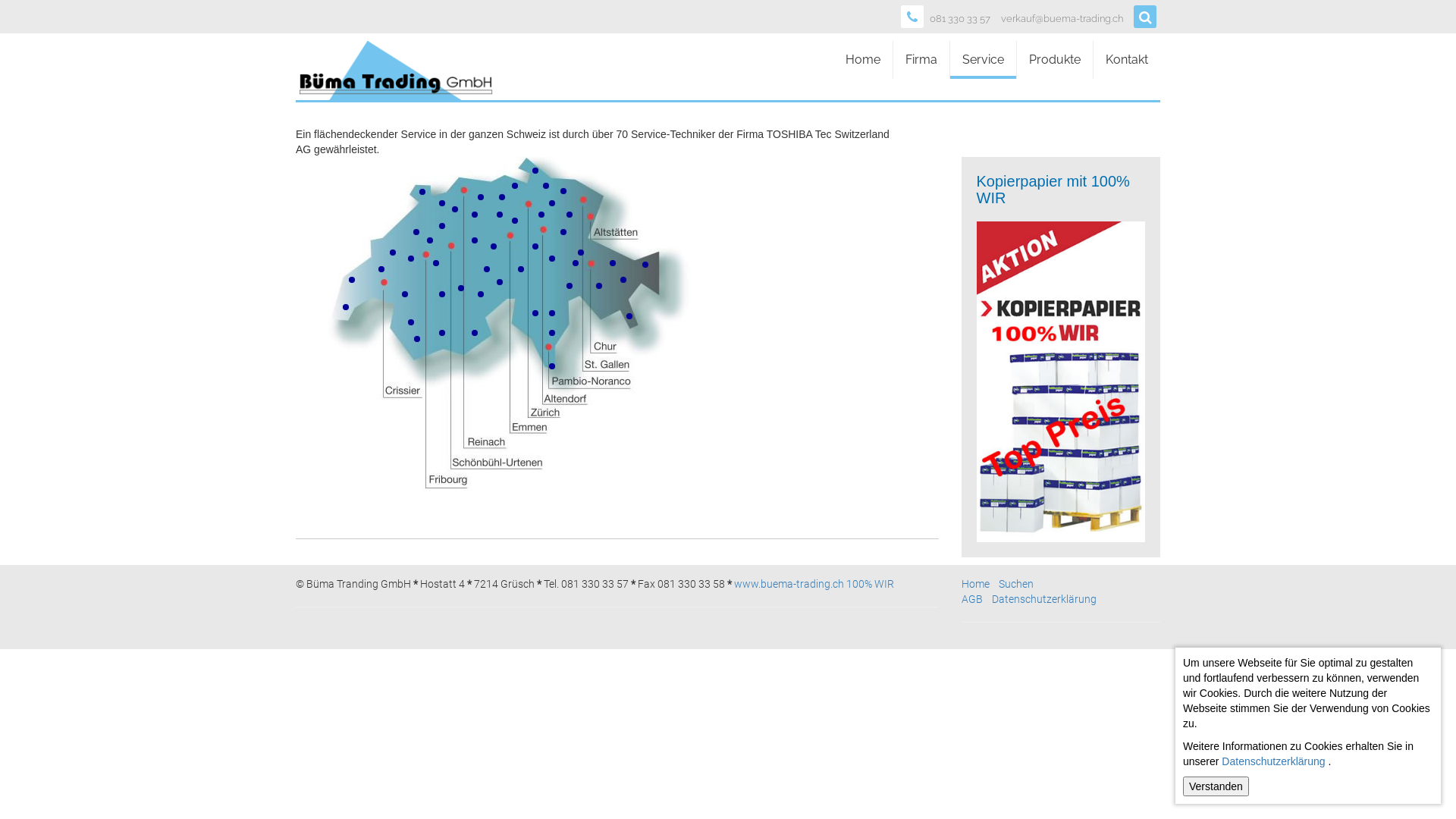 The height and width of the screenshot is (819, 1456). Describe the element at coordinates (1127, 58) in the screenshot. I see `'Kontakt'` at that location.